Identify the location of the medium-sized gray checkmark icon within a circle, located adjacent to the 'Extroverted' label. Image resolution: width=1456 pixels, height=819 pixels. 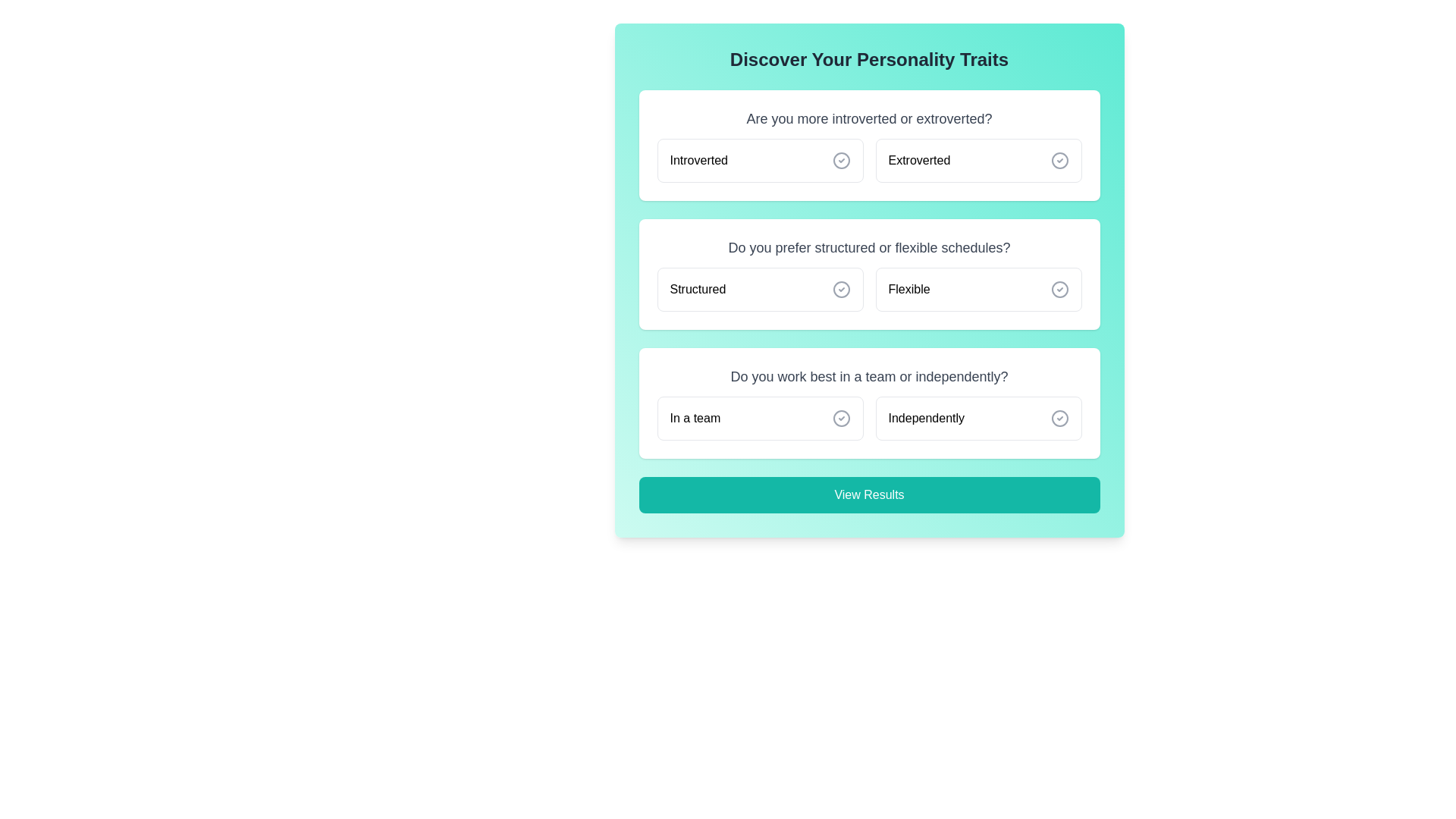
(1059, 161).